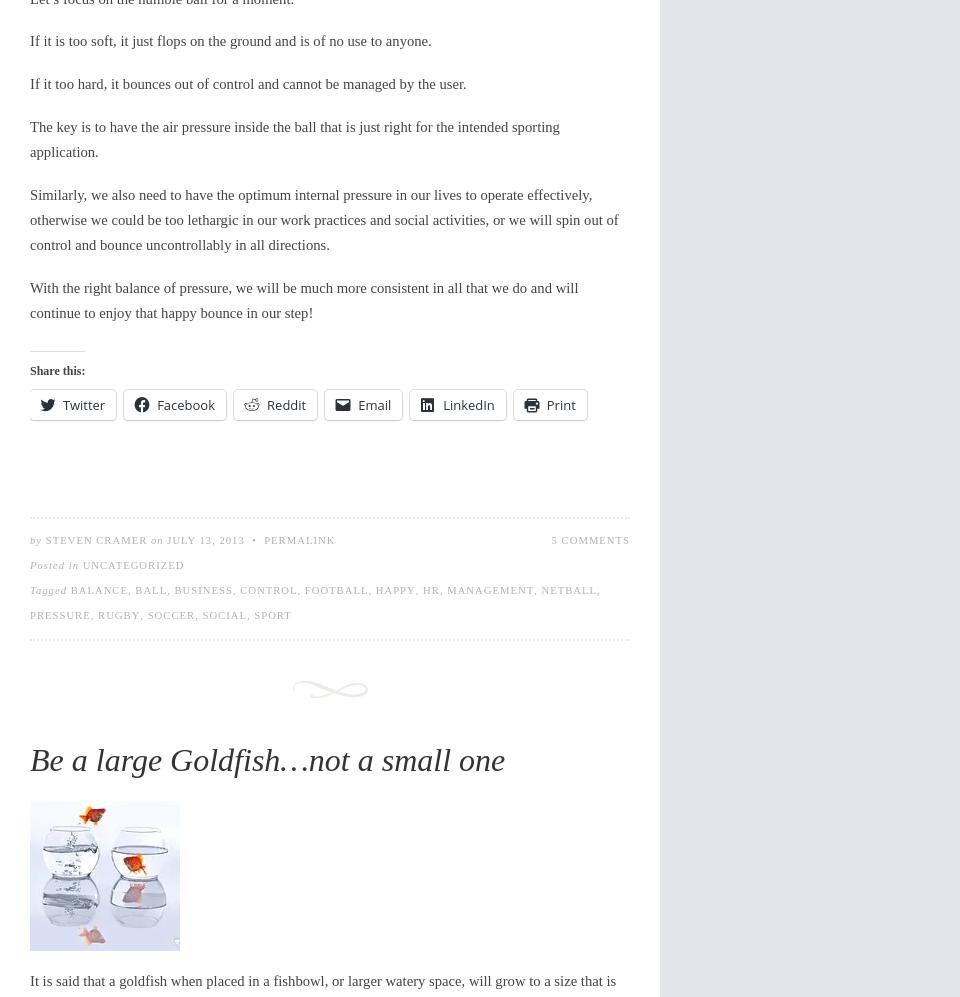 This screenshot has width=960, height=997. What do you see at coordinates (246, 83) in the screenshot?
I see `'If it too hard, it bounces out of control and cannot be managed by the user.'` at bounding box center [246, 83].